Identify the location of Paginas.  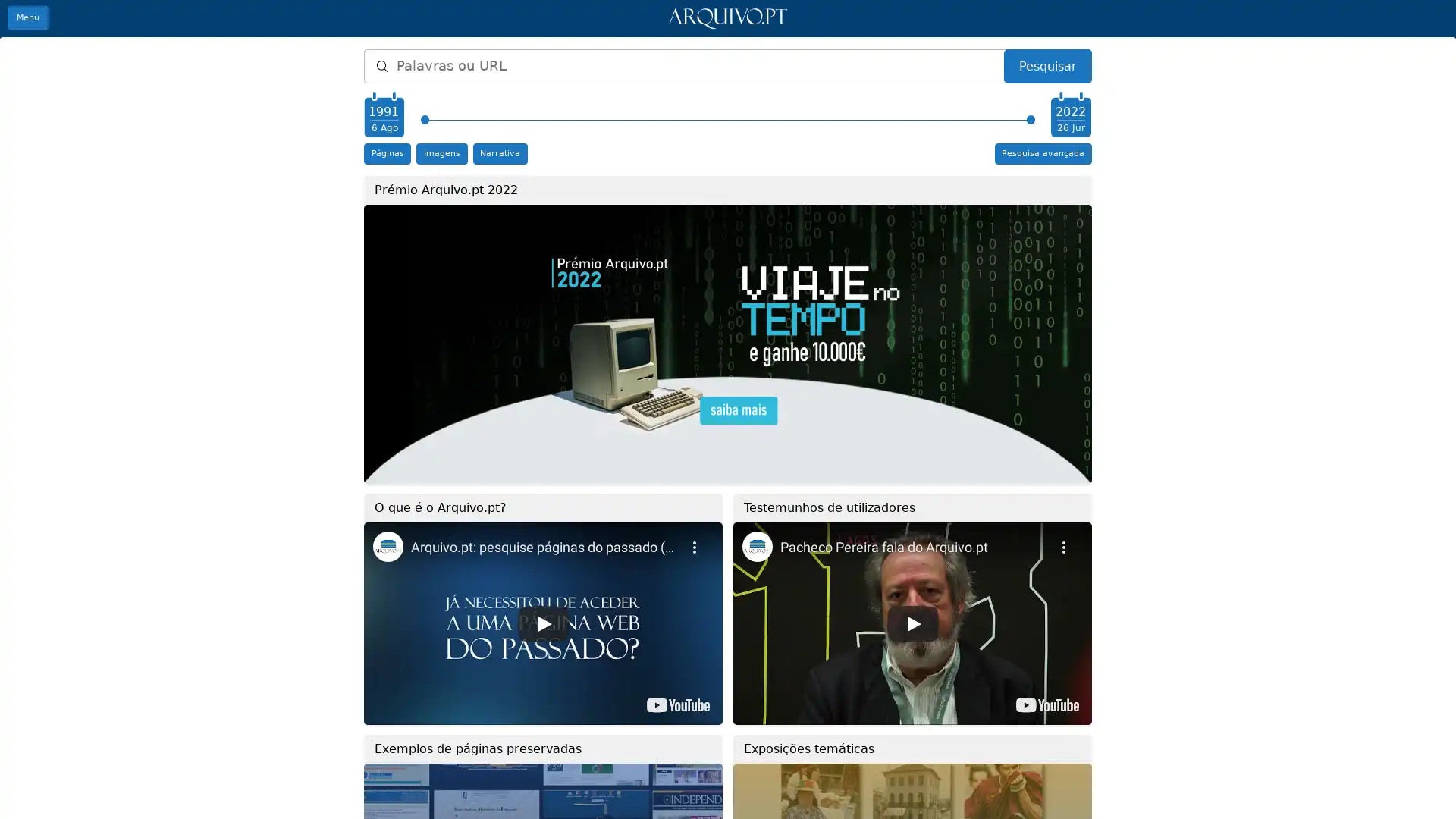
(387, 153).